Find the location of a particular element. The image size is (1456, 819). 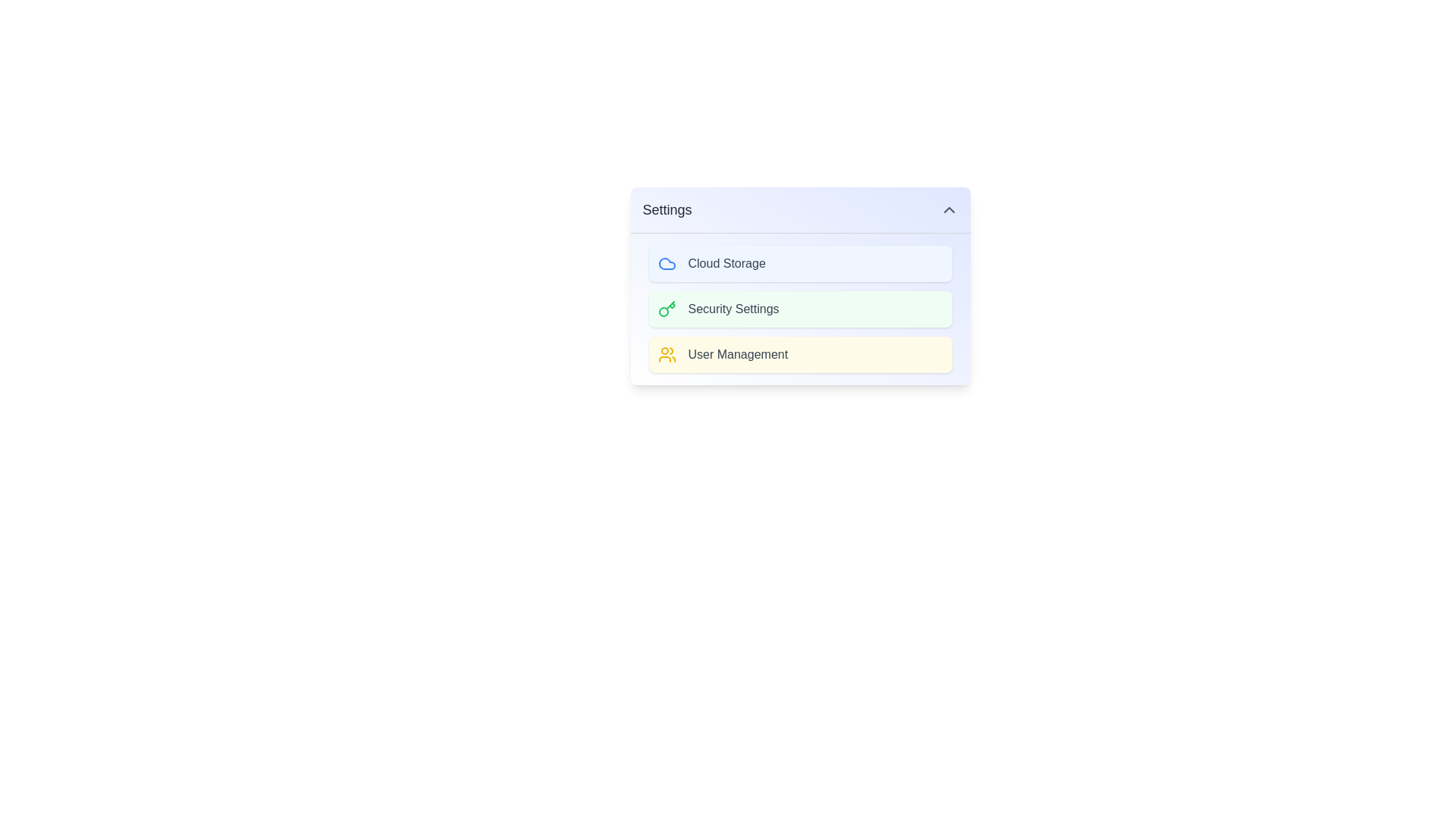

the toggle button located in the Settings section, aligned to the right side of the section header is located at coordinates (948, 210).